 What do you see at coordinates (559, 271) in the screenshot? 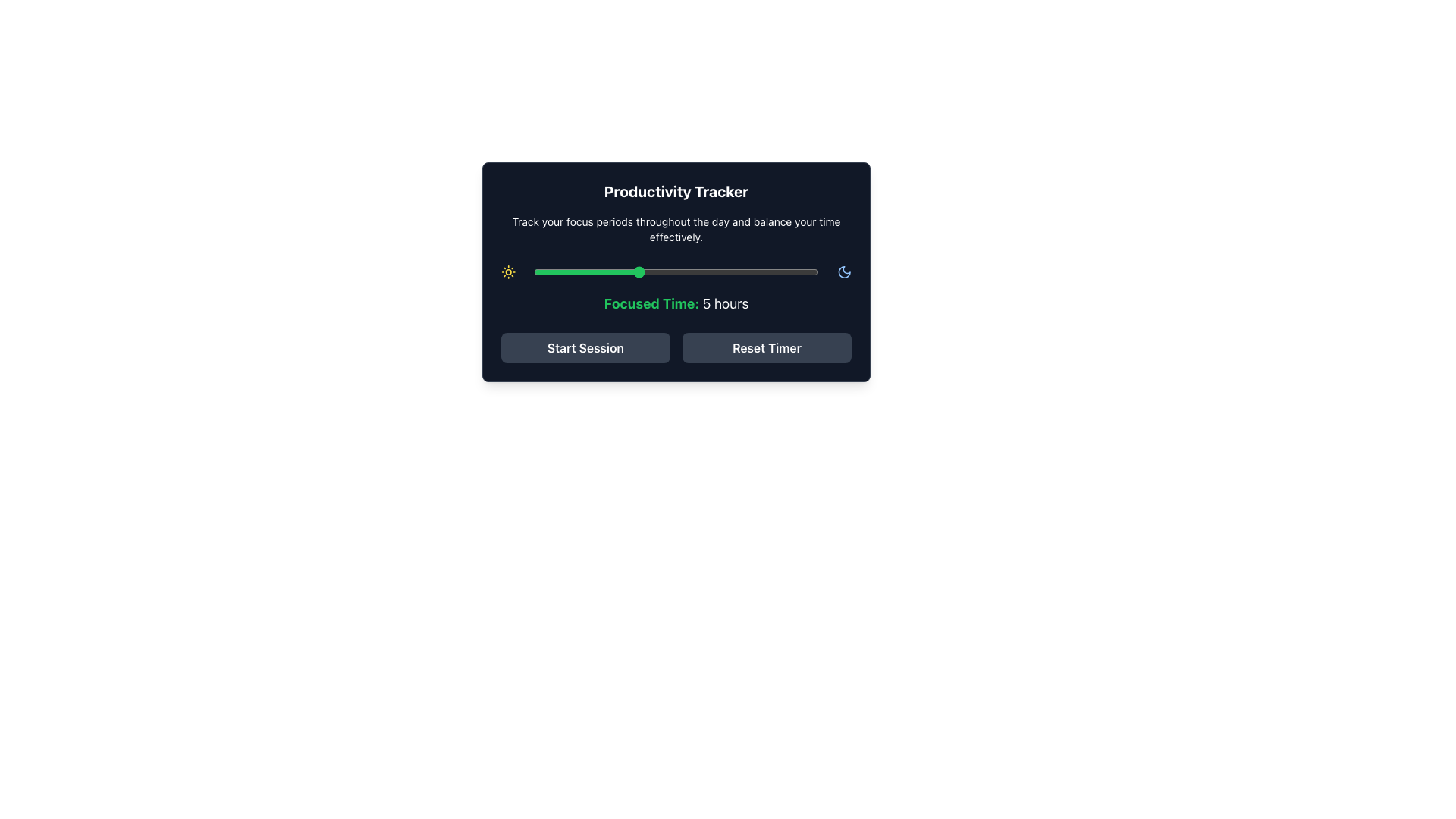
I see `the slider value` at bounding box center [559, 271].